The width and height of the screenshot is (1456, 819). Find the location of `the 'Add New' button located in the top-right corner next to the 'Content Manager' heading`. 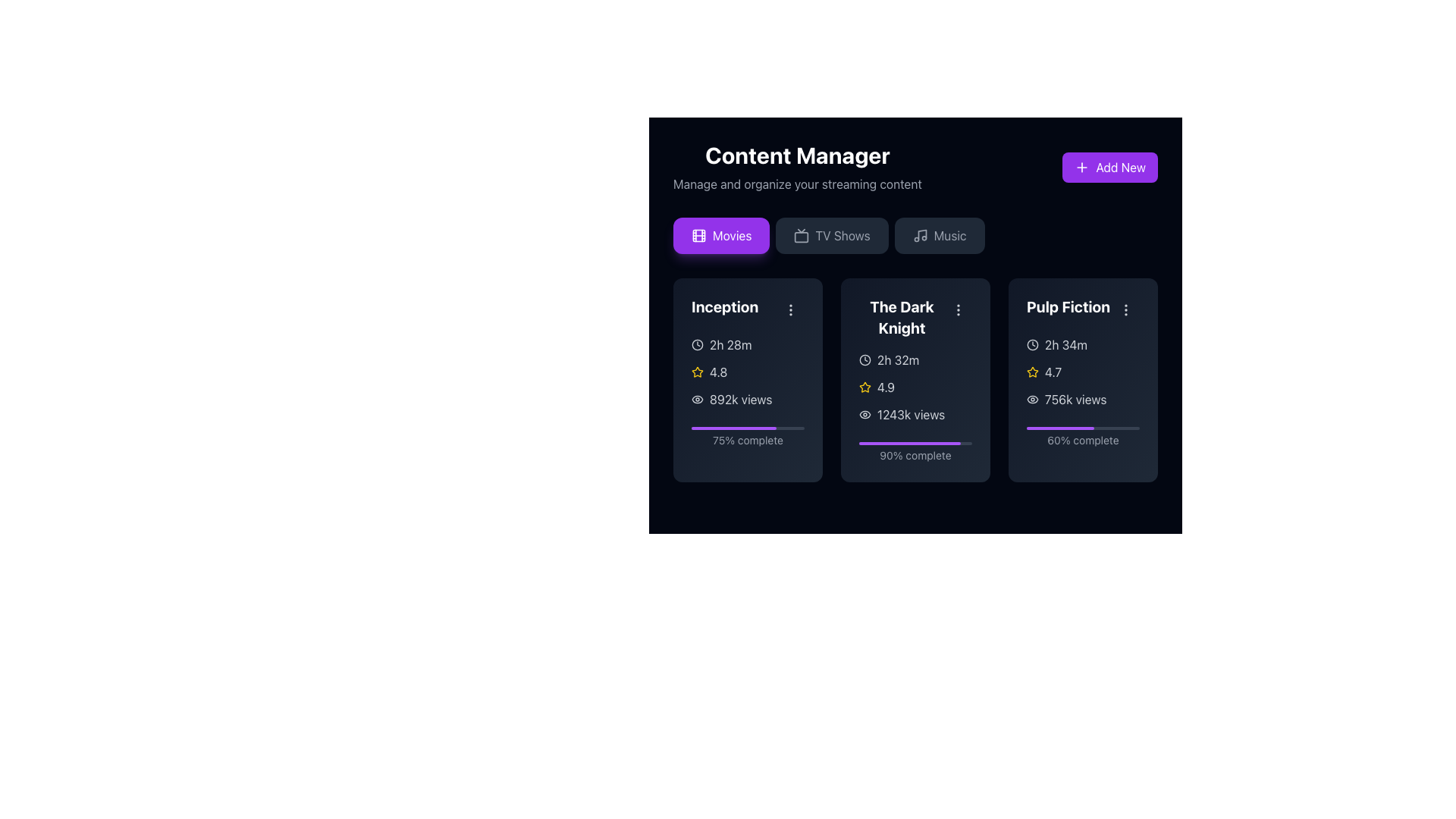

the 'Add New' button located in the top-right corner next to the 'Content Manager' heading is located at coordinates (1110, 167).